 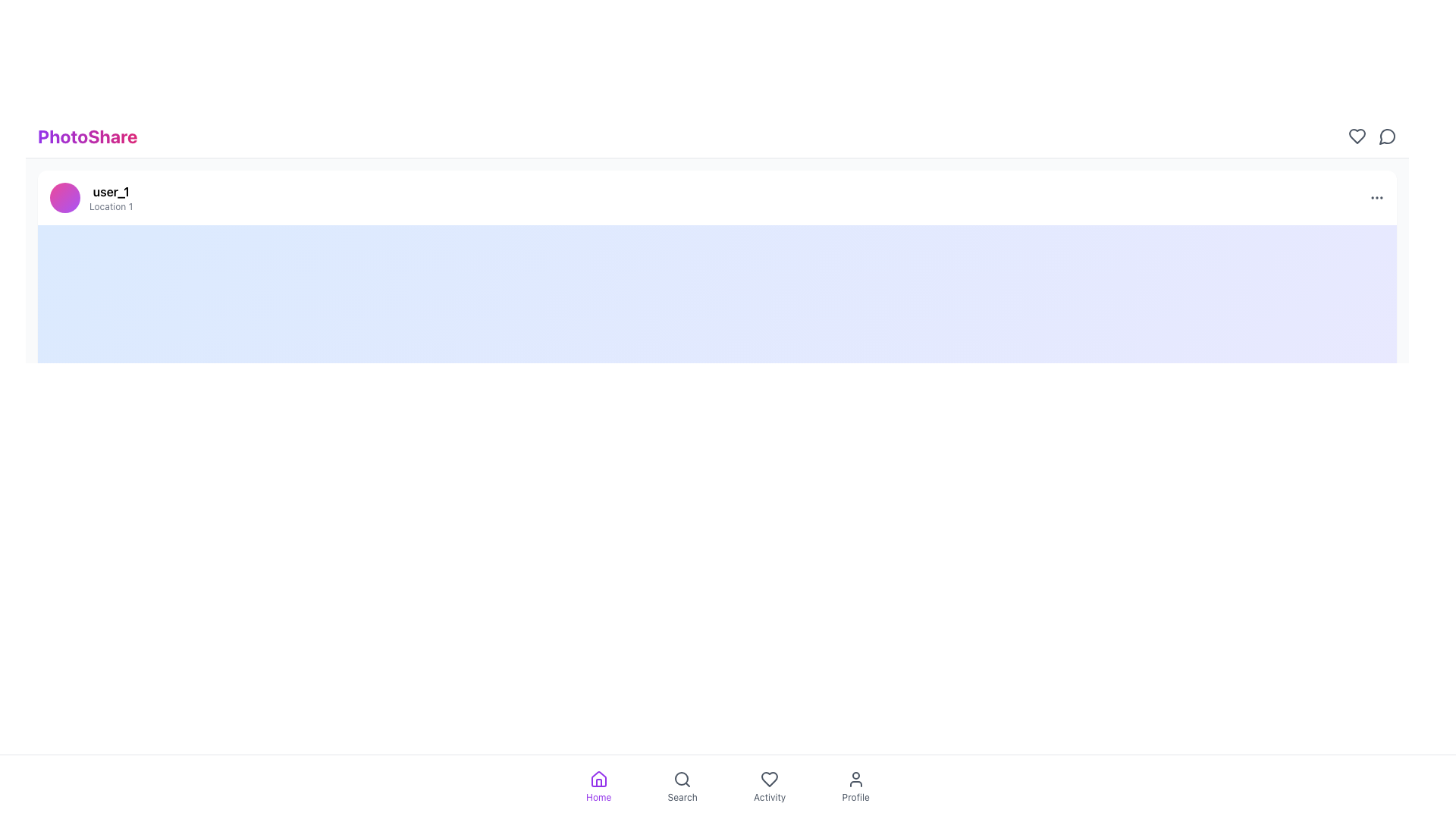 I want to click on the navigation button located in the bottom navigation bar that allows users, so click(x=770, y=786).